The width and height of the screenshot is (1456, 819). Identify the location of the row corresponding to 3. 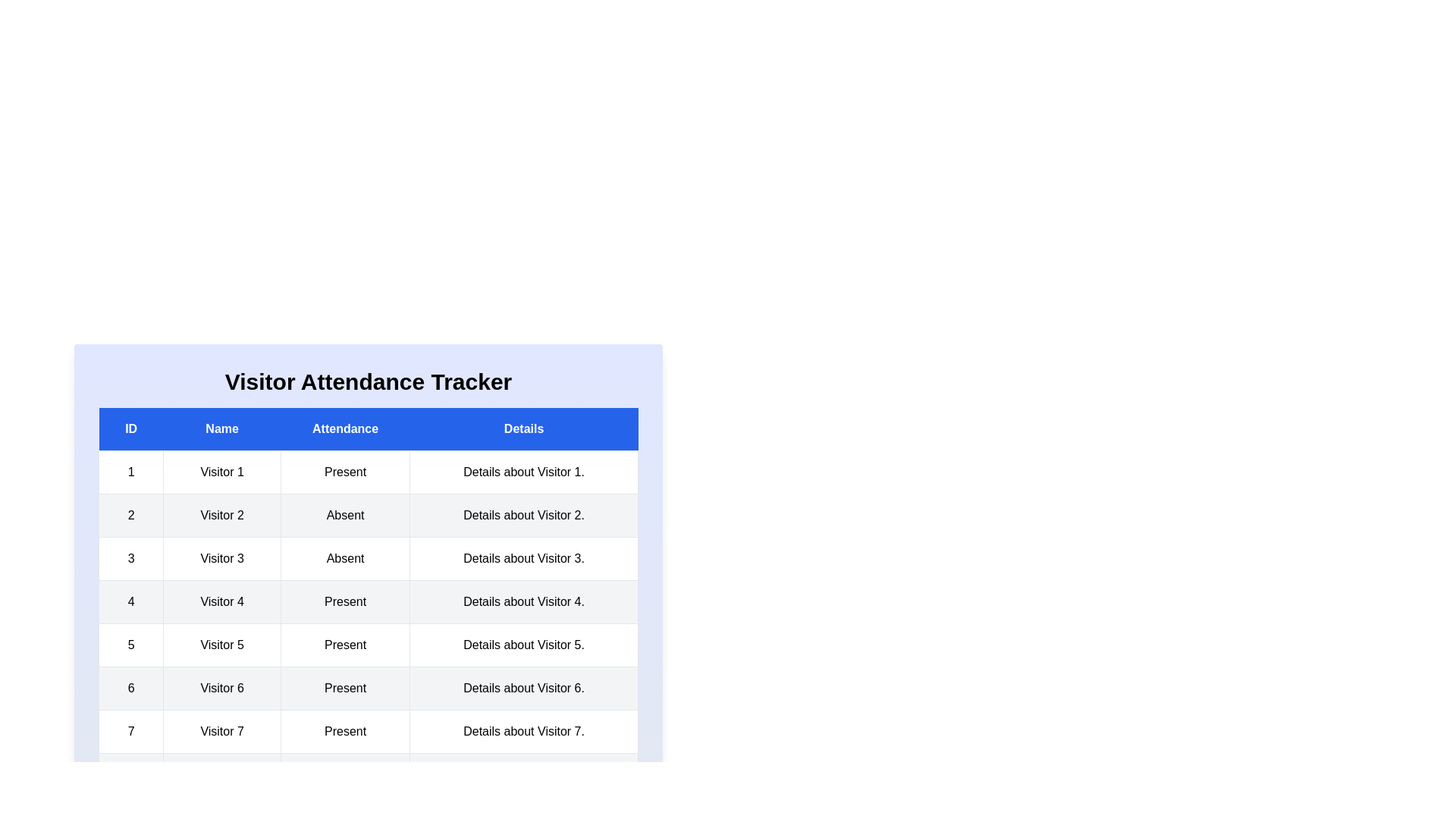
(368, 558).